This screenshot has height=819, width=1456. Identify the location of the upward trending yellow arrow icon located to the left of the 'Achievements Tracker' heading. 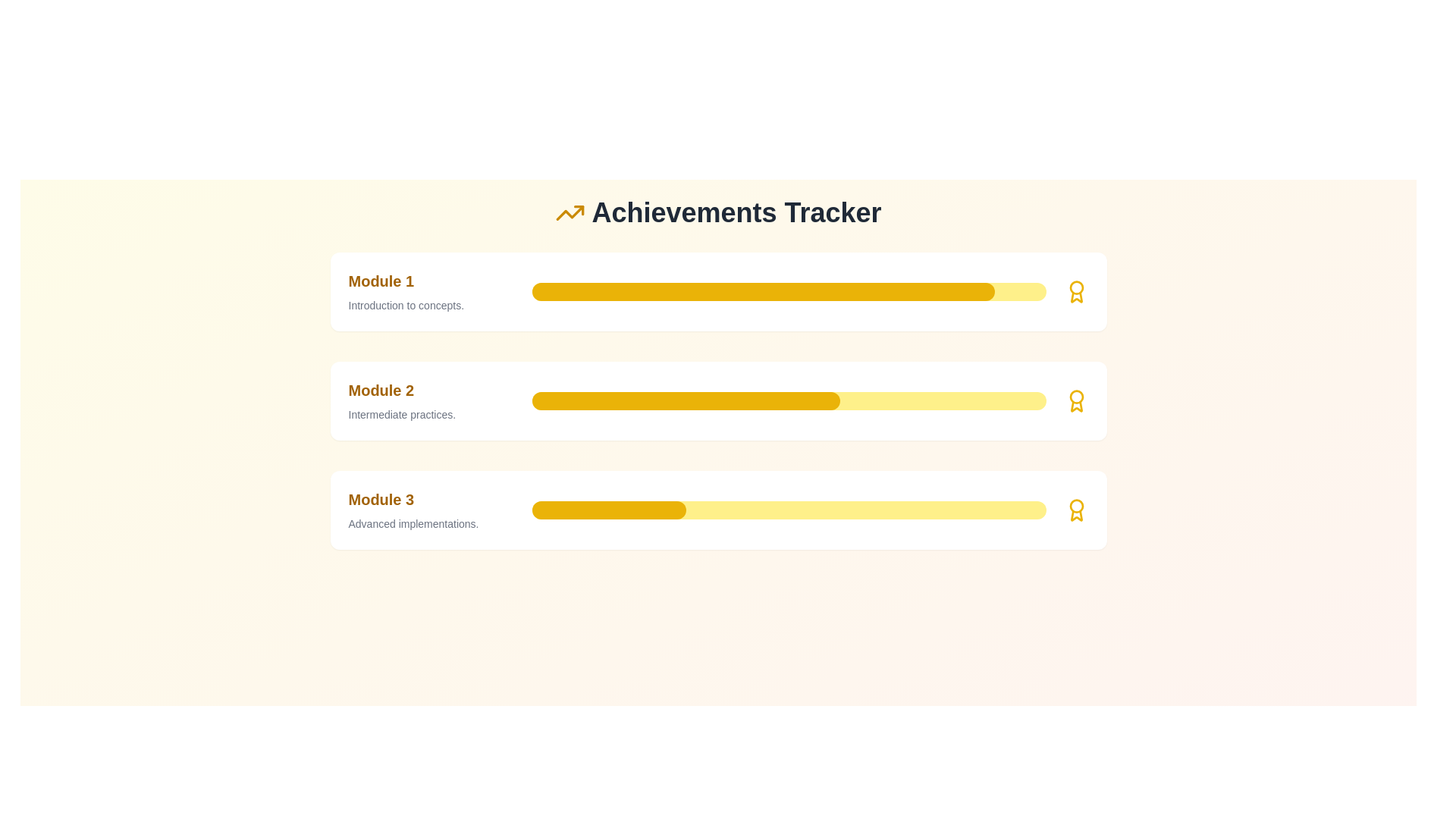
(570, 213).